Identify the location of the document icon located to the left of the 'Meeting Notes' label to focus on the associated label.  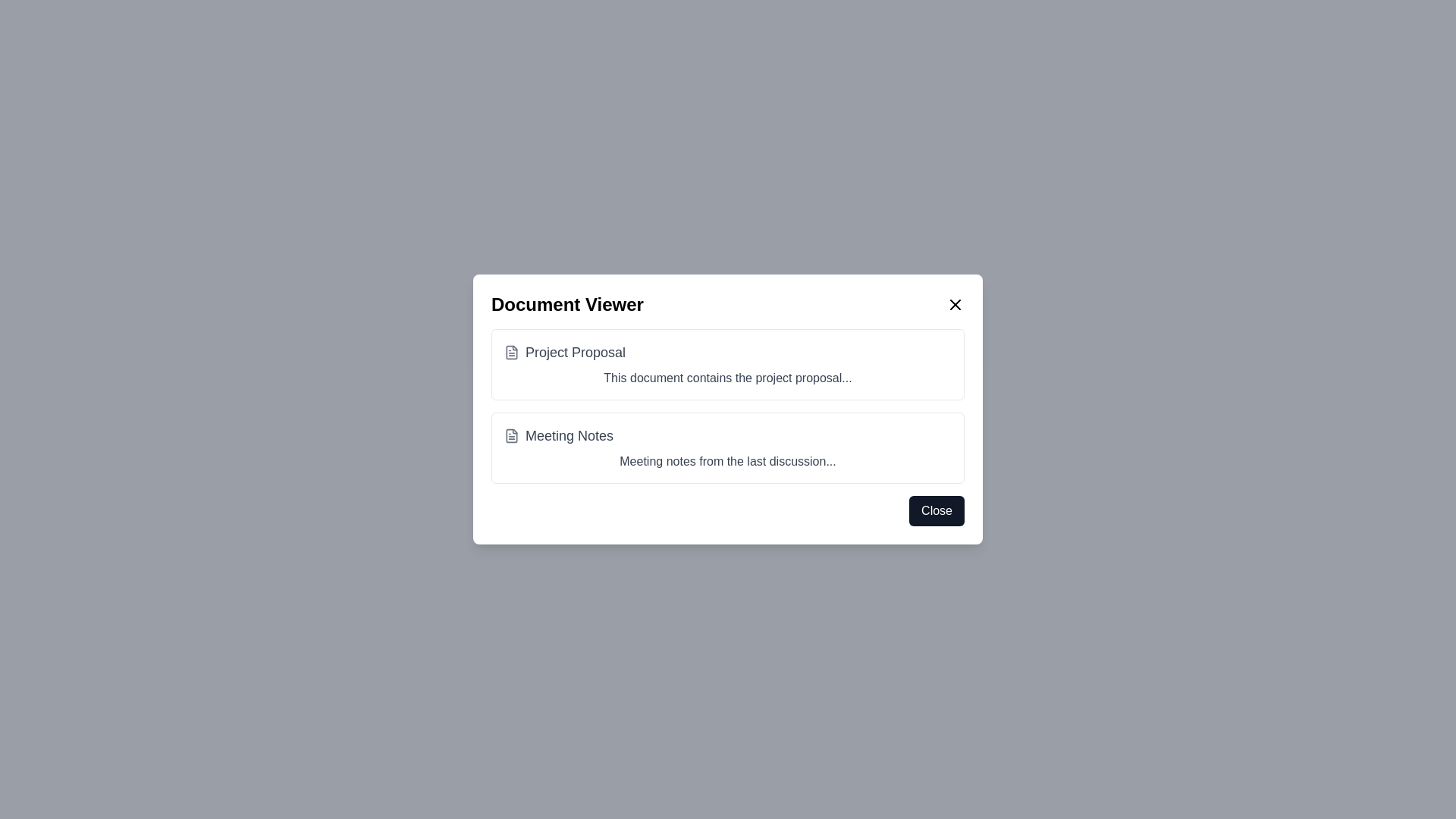
(512, 435).